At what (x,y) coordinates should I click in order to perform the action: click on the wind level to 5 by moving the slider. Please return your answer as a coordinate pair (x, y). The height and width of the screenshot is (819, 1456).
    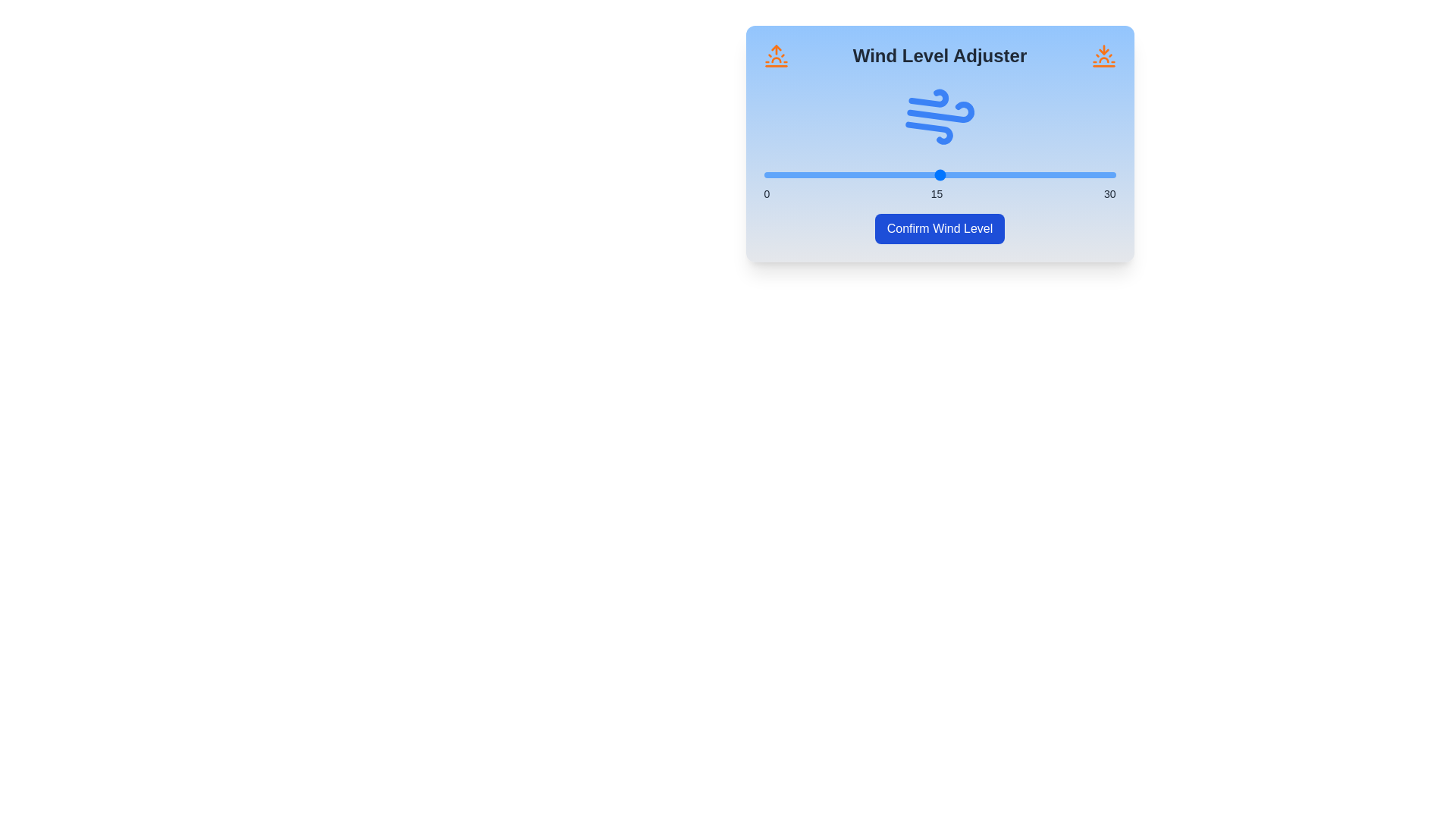
    Looking at the image, I should click on (821, 174).